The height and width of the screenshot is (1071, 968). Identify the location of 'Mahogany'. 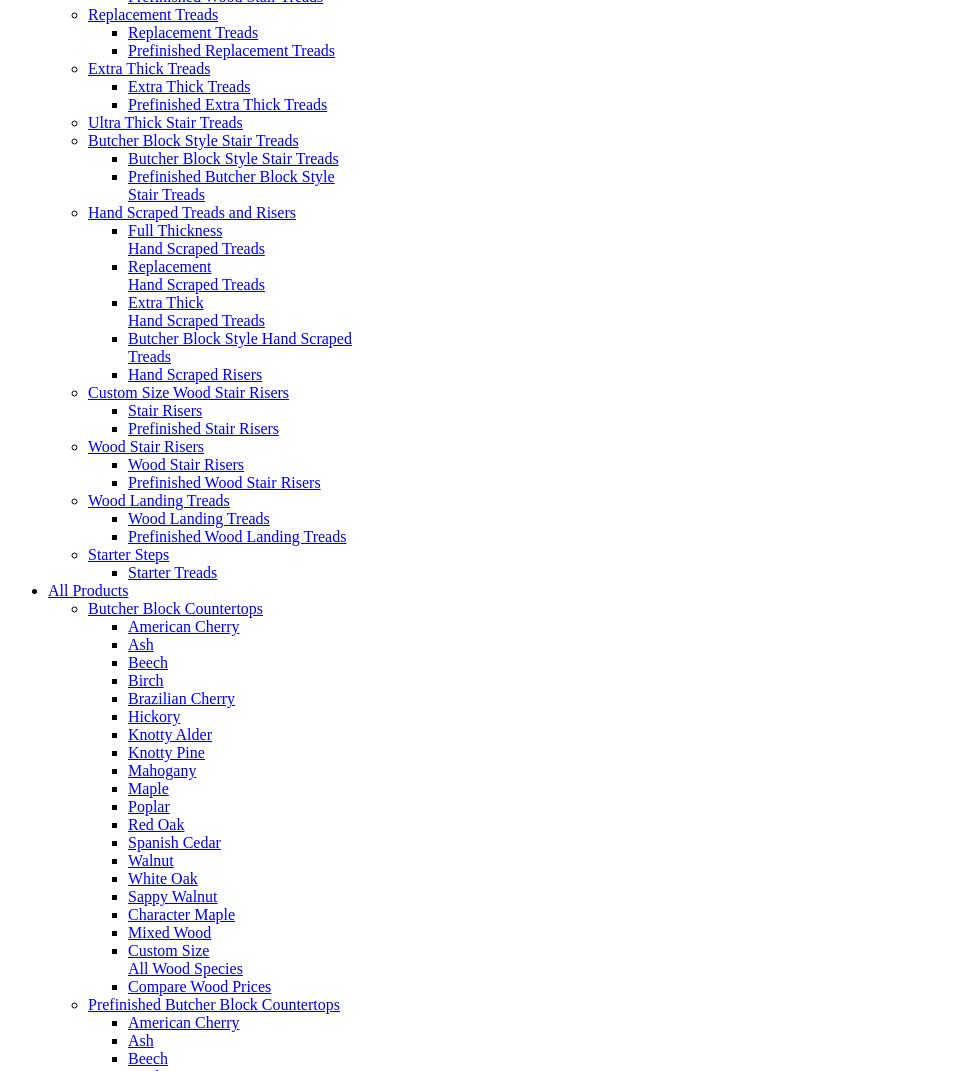
(162, 769).